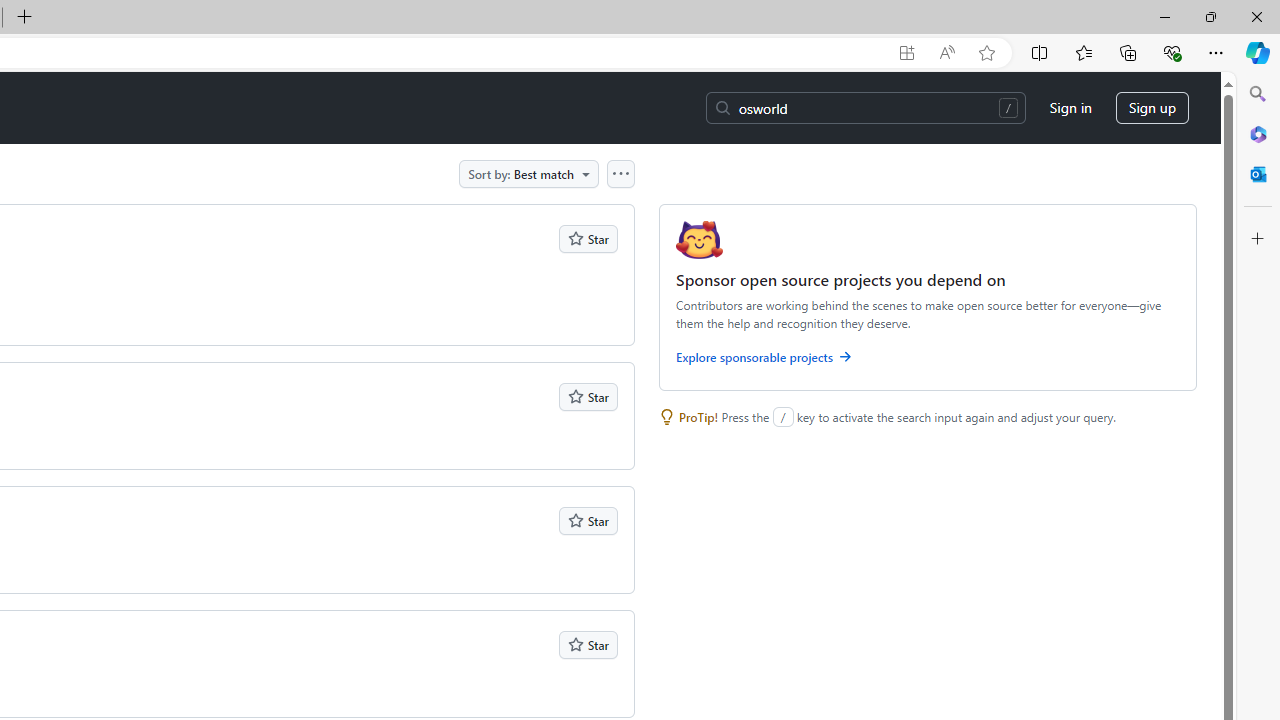  What do you see at coordinates (945, 52) in the screenshot?
I see `'Read aloud this page (Ctrl+Shift+U)'` at bounding box center [945, 52].